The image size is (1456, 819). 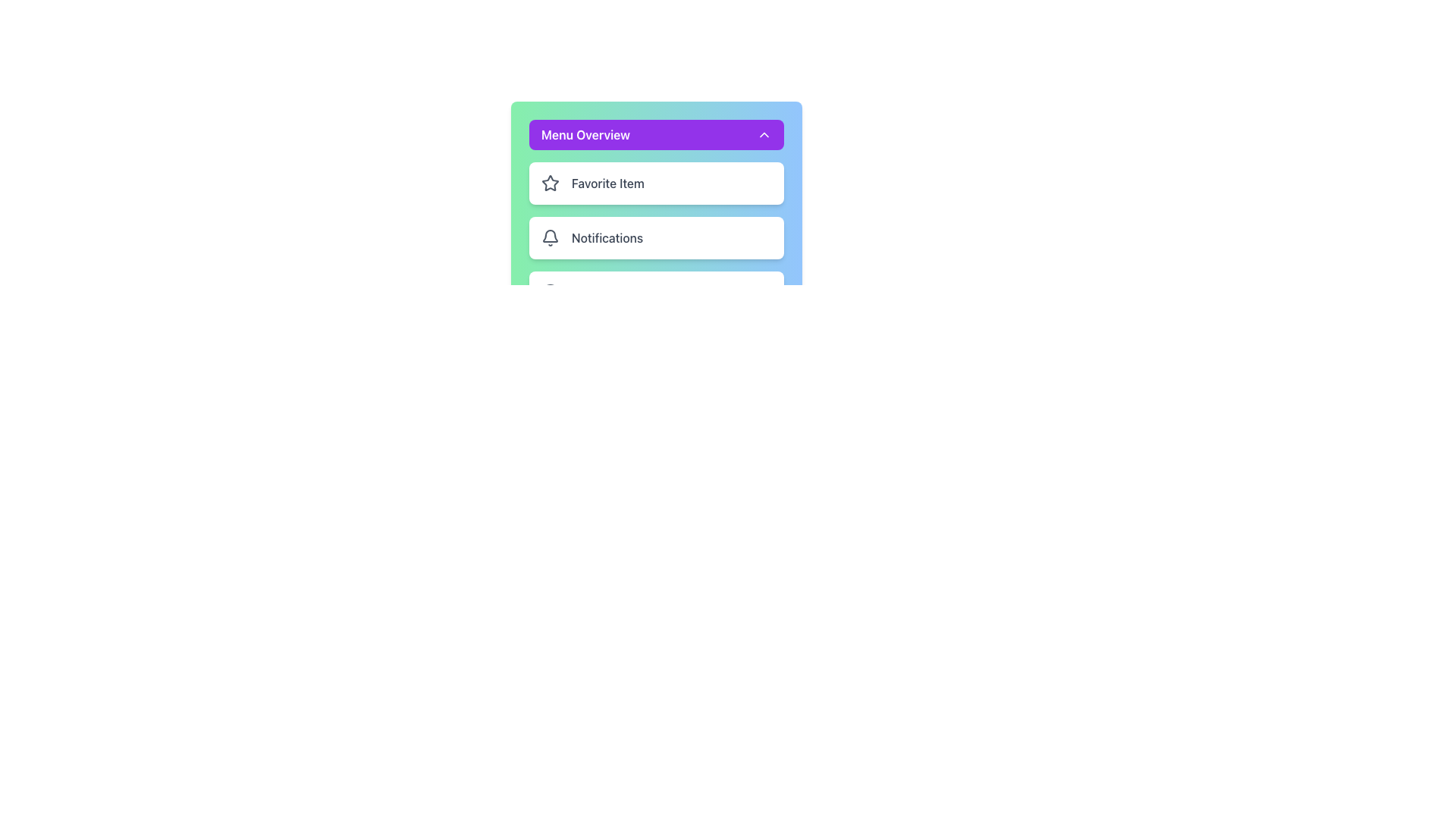 What do you see at coordinates (656, 216) in the screenshot?
I see `the second list item representing notifications, located between 'Favorite Item' and 'Status'` at bounding box center [656, 216].